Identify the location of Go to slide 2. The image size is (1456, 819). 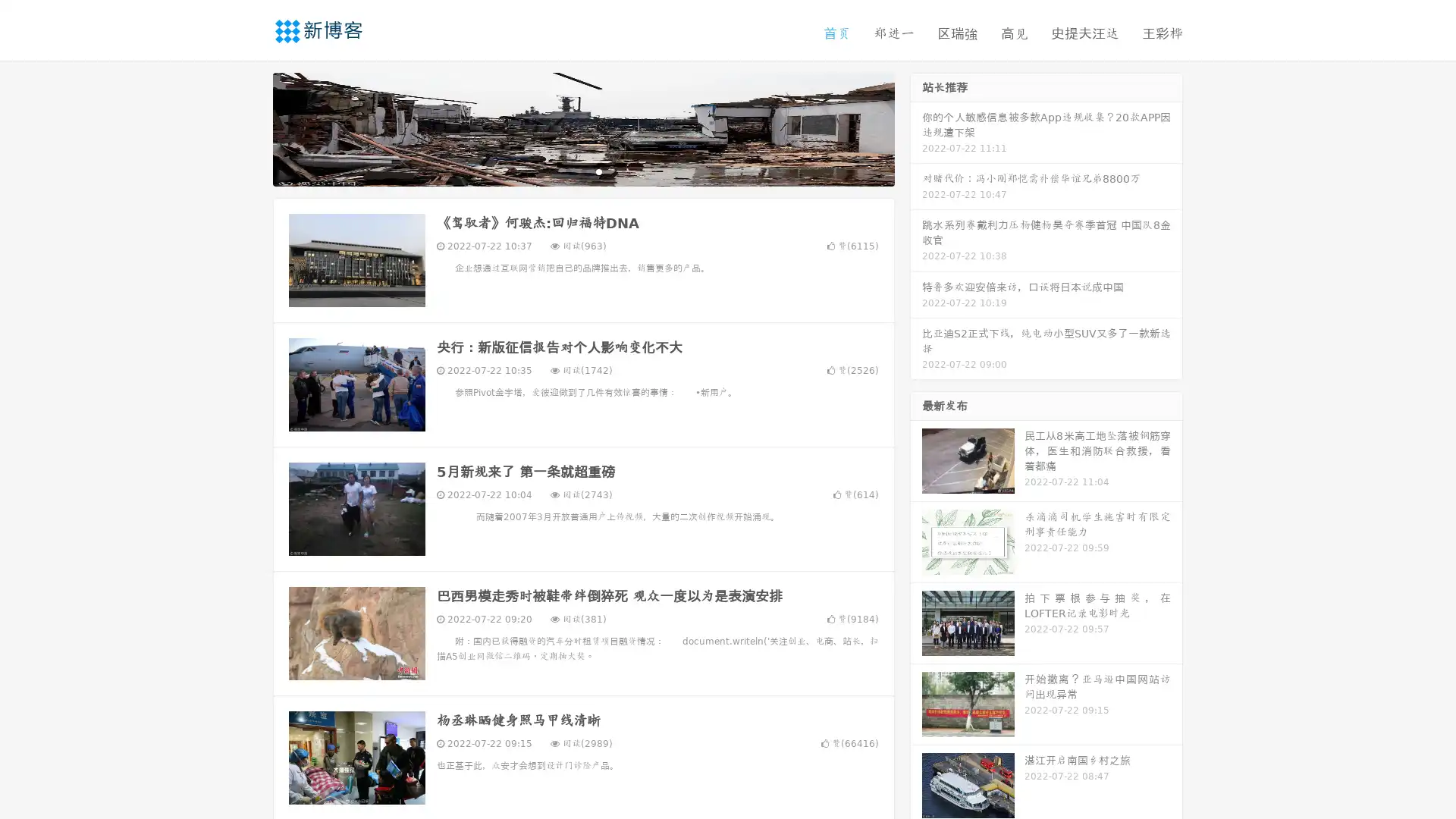
(582, 171).